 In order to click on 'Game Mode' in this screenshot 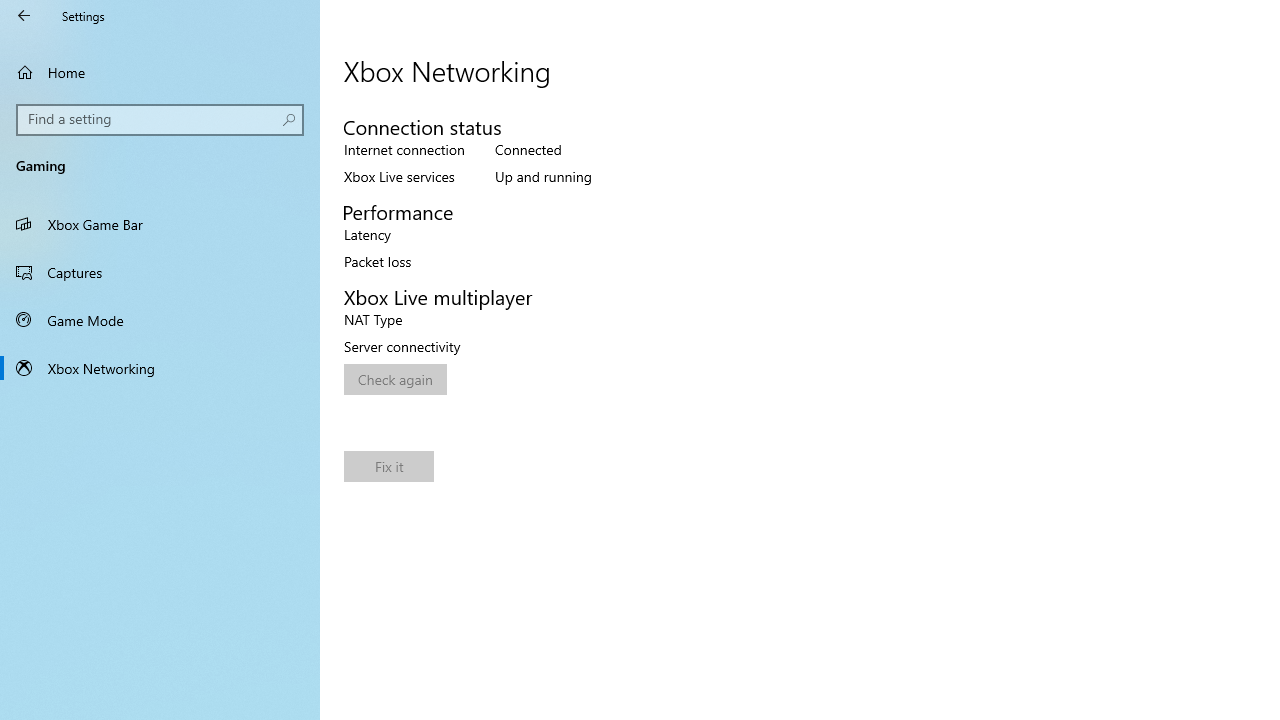, I will do `click(160, 319)`.